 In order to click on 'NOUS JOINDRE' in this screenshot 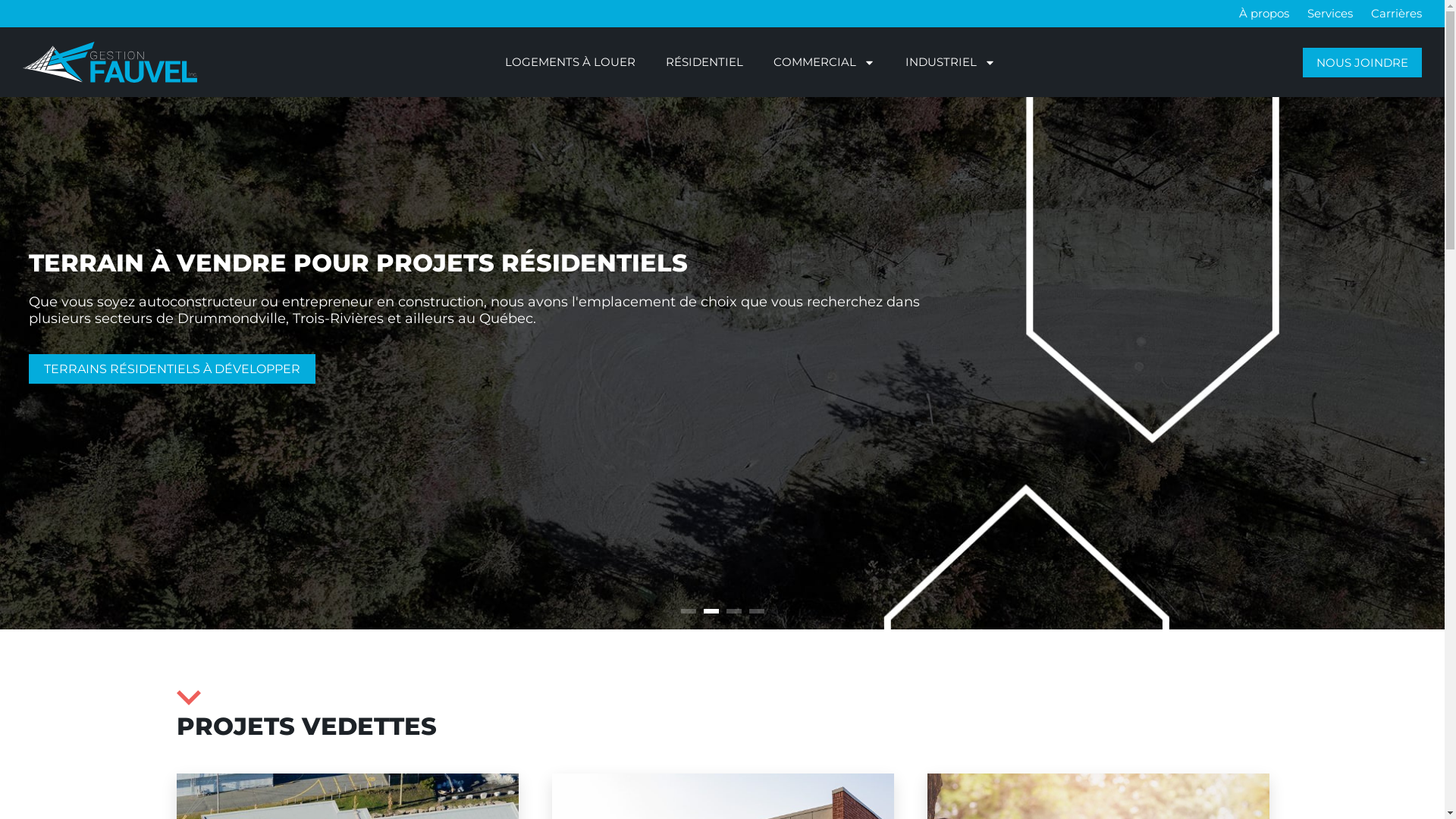, I will do `click(1362, 61)`.